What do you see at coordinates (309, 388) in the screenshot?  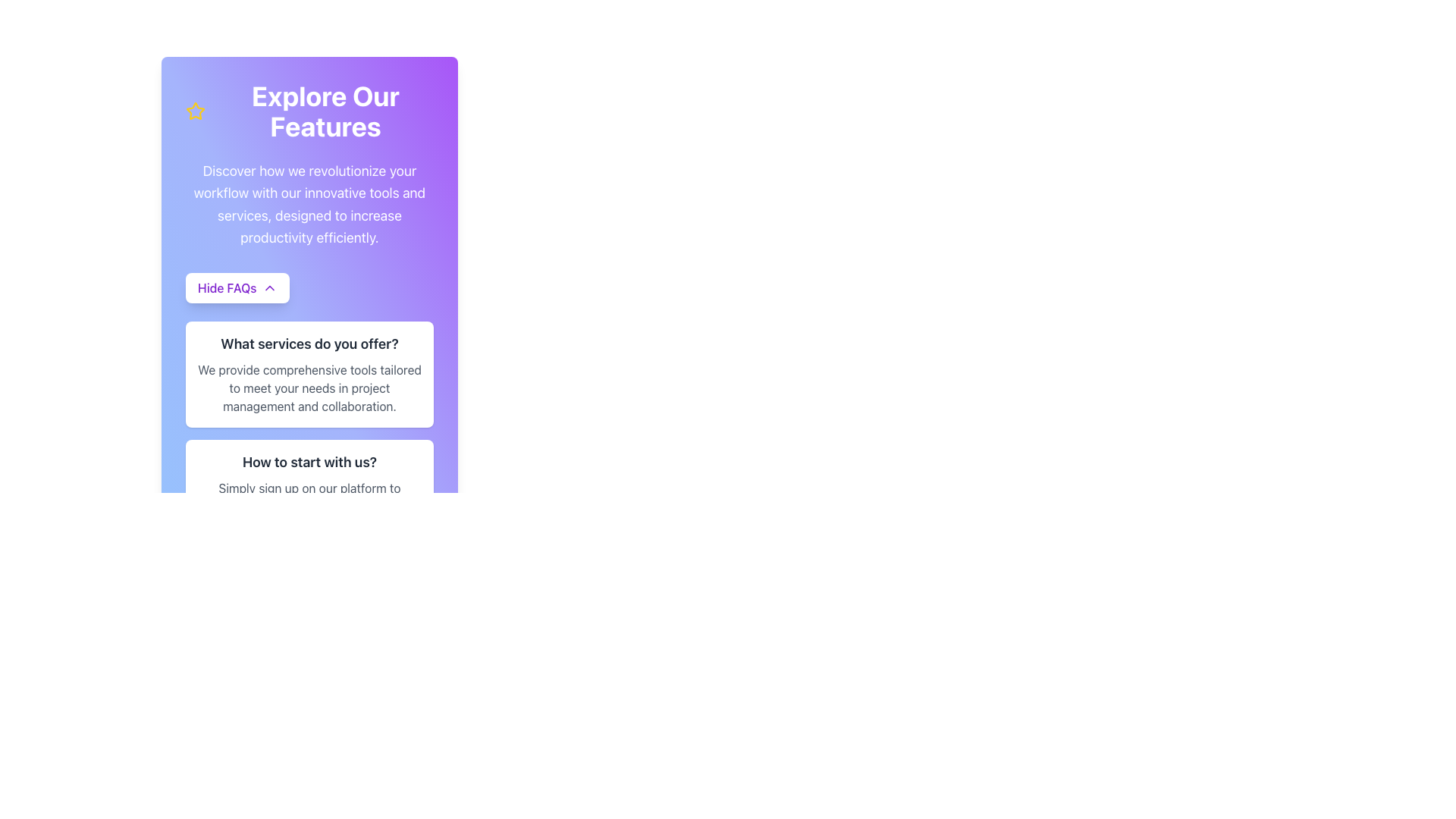 I see `the text block displaying 'We provide comprehensive tools tailored to meet your needs in project management and collaboration.' located below the title 'What services do you offer?'` at bounding box center [309, 388].